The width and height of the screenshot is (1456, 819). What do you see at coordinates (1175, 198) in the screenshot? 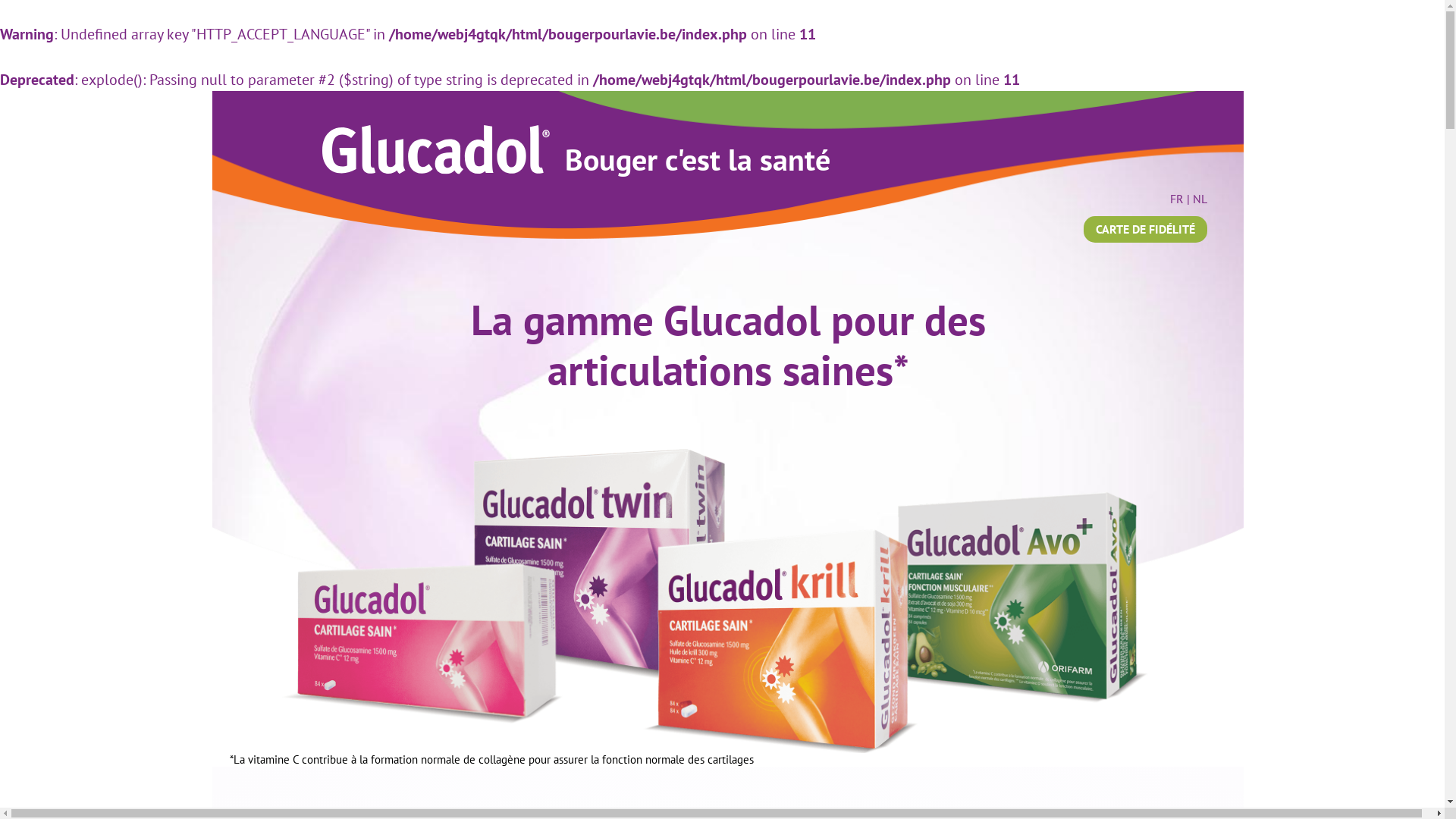
I see `'FR'` at bounding box center [1175, 198].